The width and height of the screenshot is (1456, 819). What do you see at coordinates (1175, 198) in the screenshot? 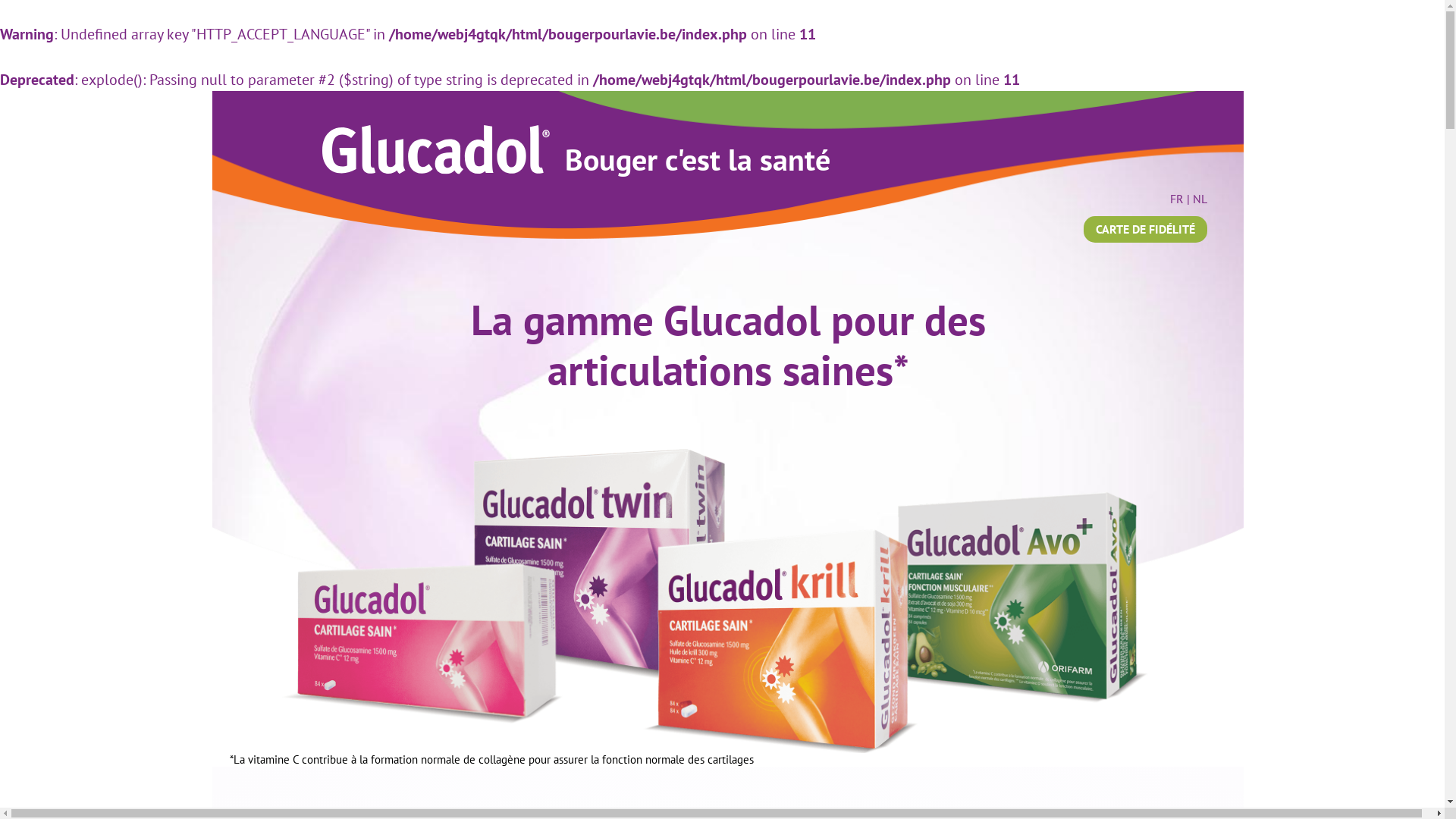
I see `'FR'` at bounding box center [1175, 198].